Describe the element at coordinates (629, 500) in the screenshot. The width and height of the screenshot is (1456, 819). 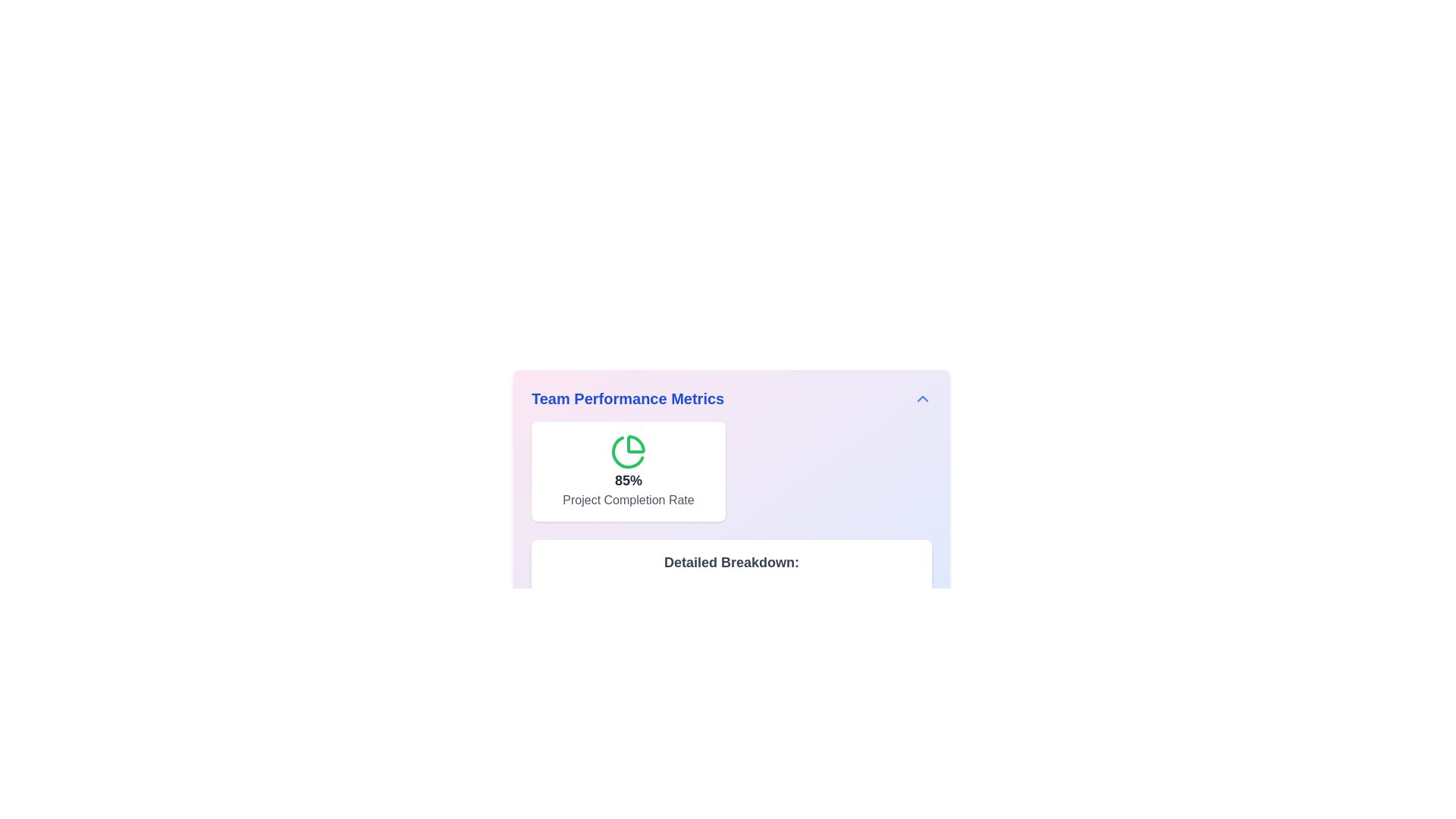
I see `the text label displaying 'Project Completion Rate' in gray color, positioned below '85%' inside a card layout under 'Team Performance Metrics'` at that location.